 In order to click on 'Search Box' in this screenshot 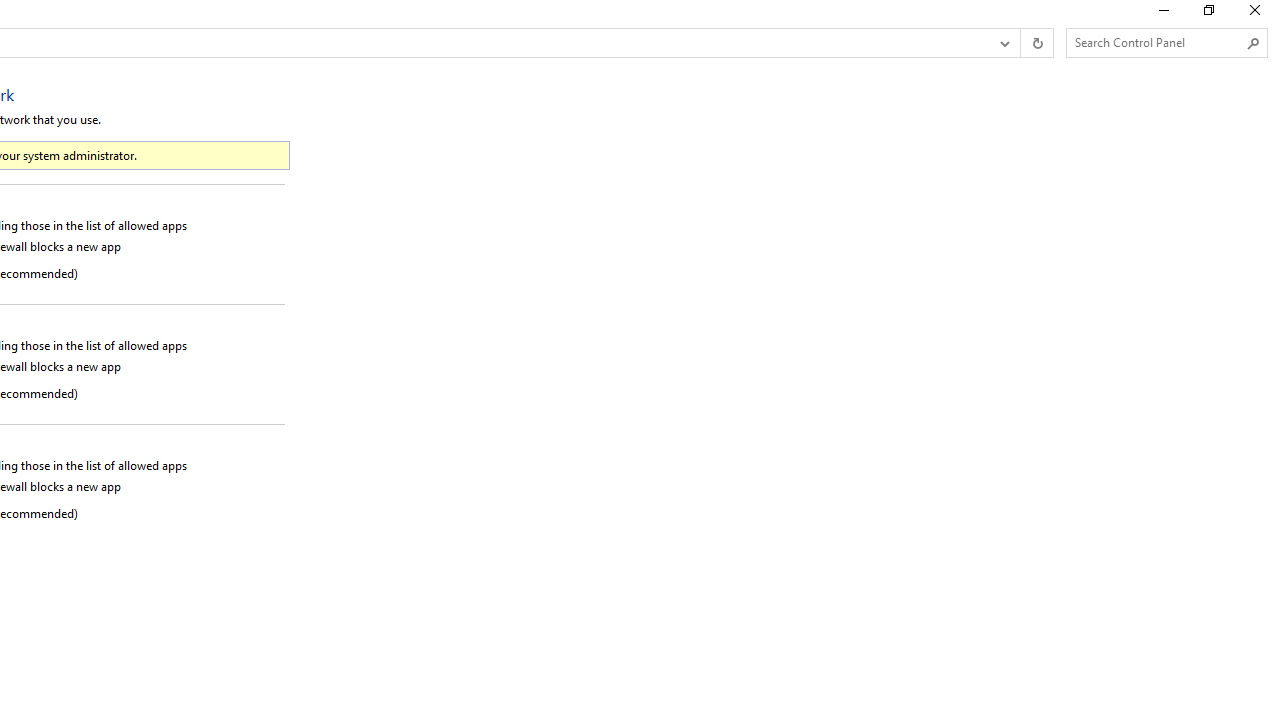, I will do `click(1157, 42)`.